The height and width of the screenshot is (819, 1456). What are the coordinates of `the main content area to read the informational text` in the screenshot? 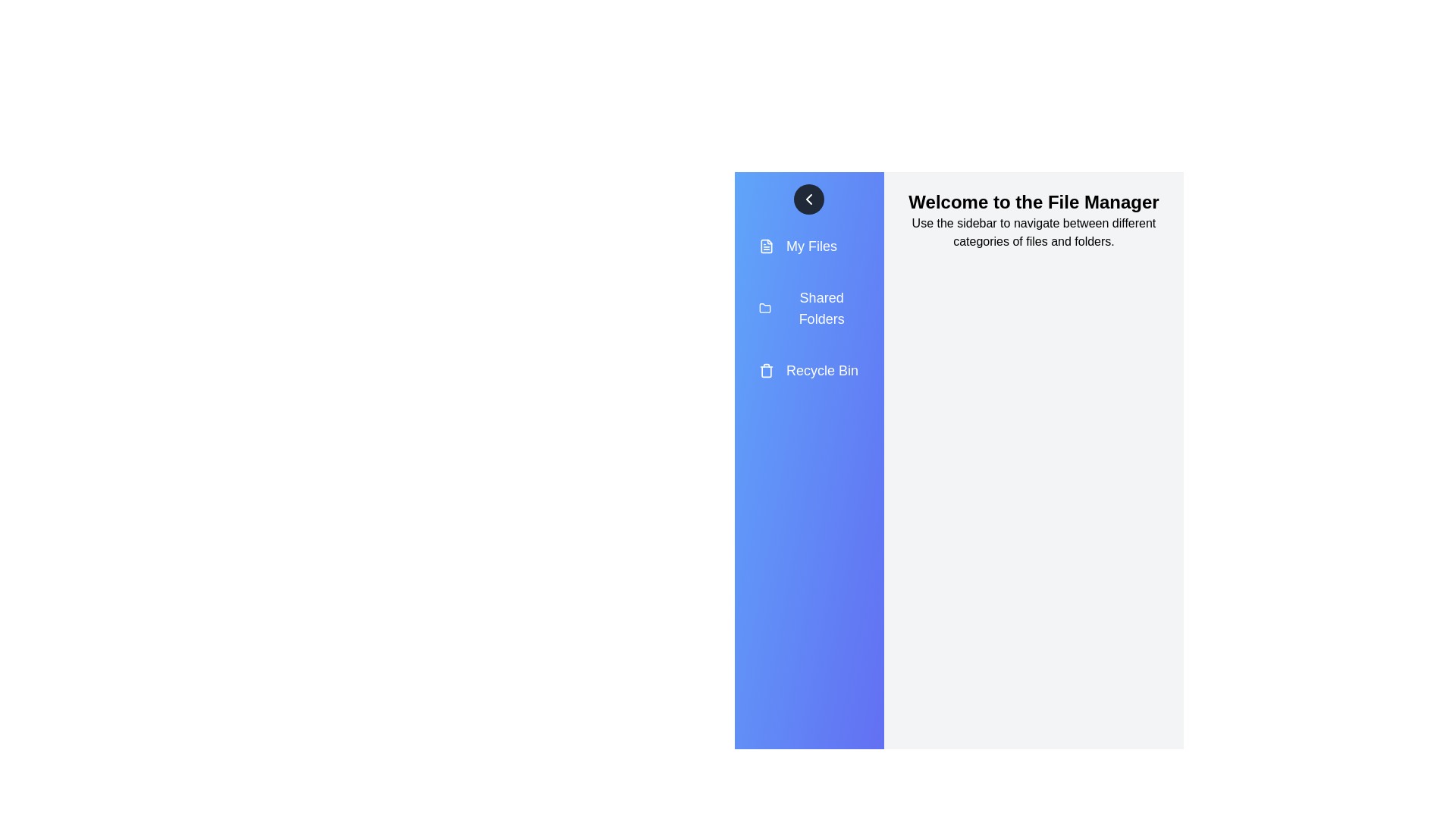 It's located at (1033, 233).